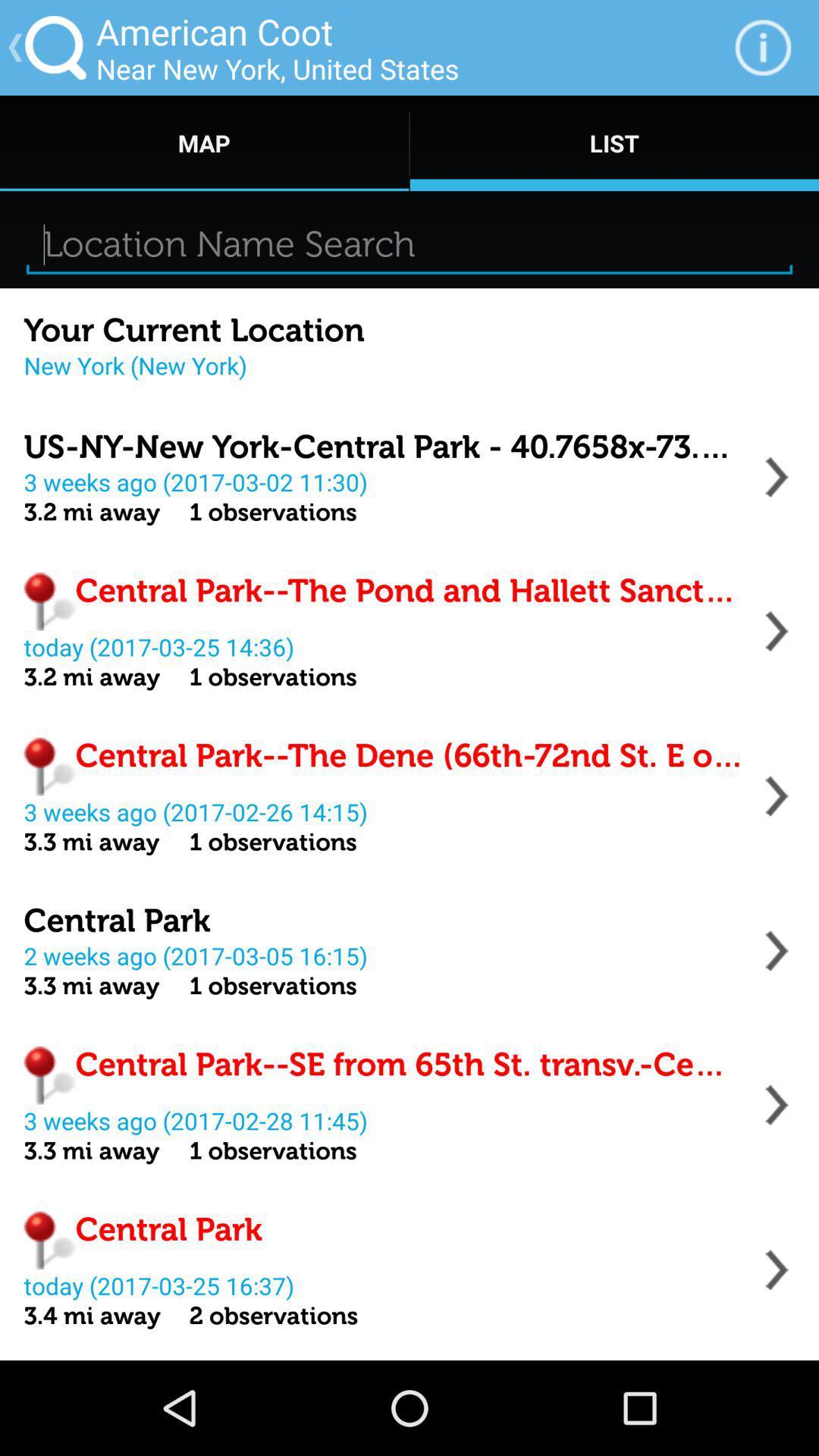 This screenshot has width=819, height=1456. What do you see at coordinates (409, 244) in the screenshot?
I see `location search box` at bounding box center [409, 244].